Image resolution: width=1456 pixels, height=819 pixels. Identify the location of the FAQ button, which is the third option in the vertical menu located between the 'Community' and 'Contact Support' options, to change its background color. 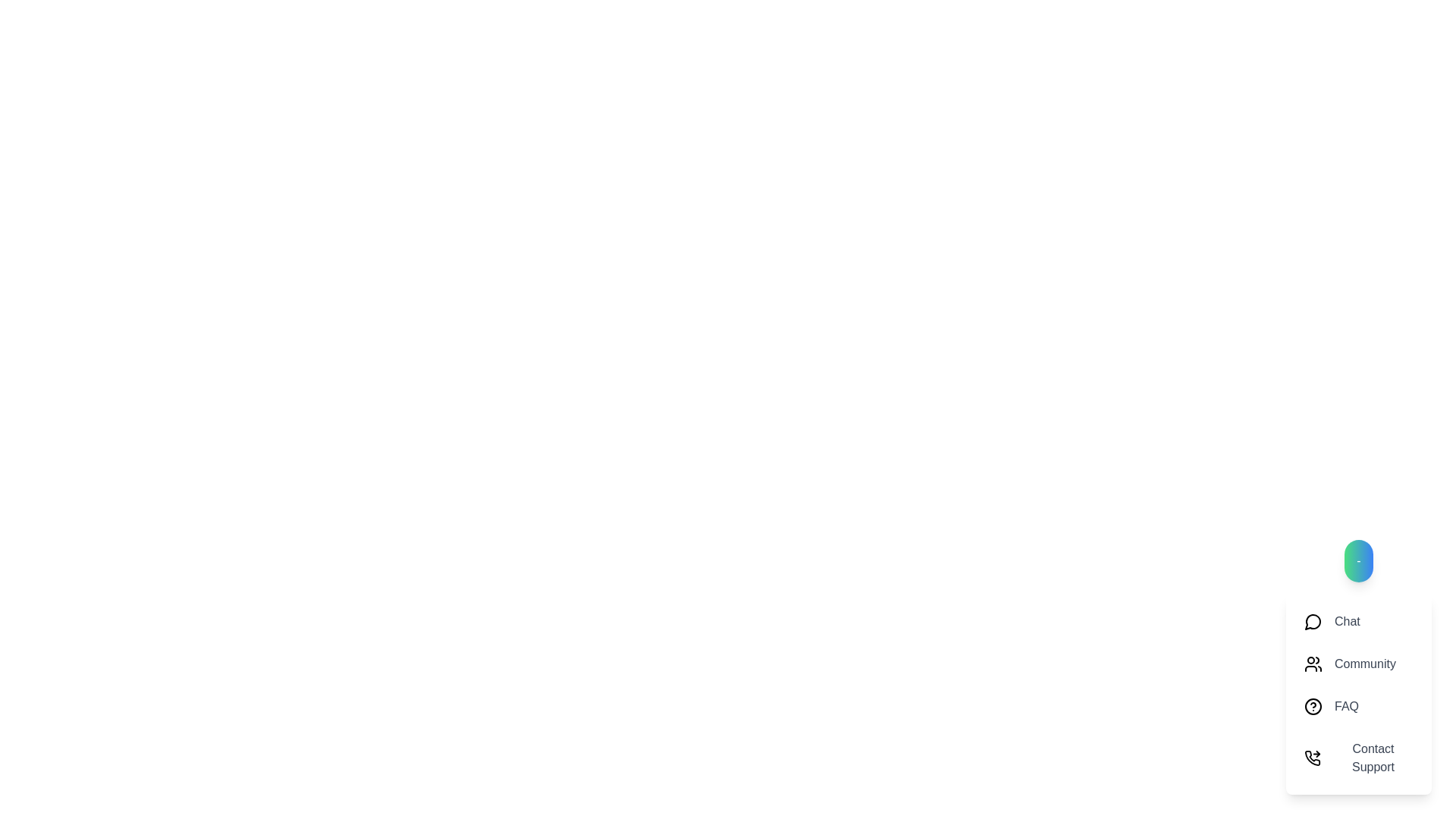
(1358, 707).